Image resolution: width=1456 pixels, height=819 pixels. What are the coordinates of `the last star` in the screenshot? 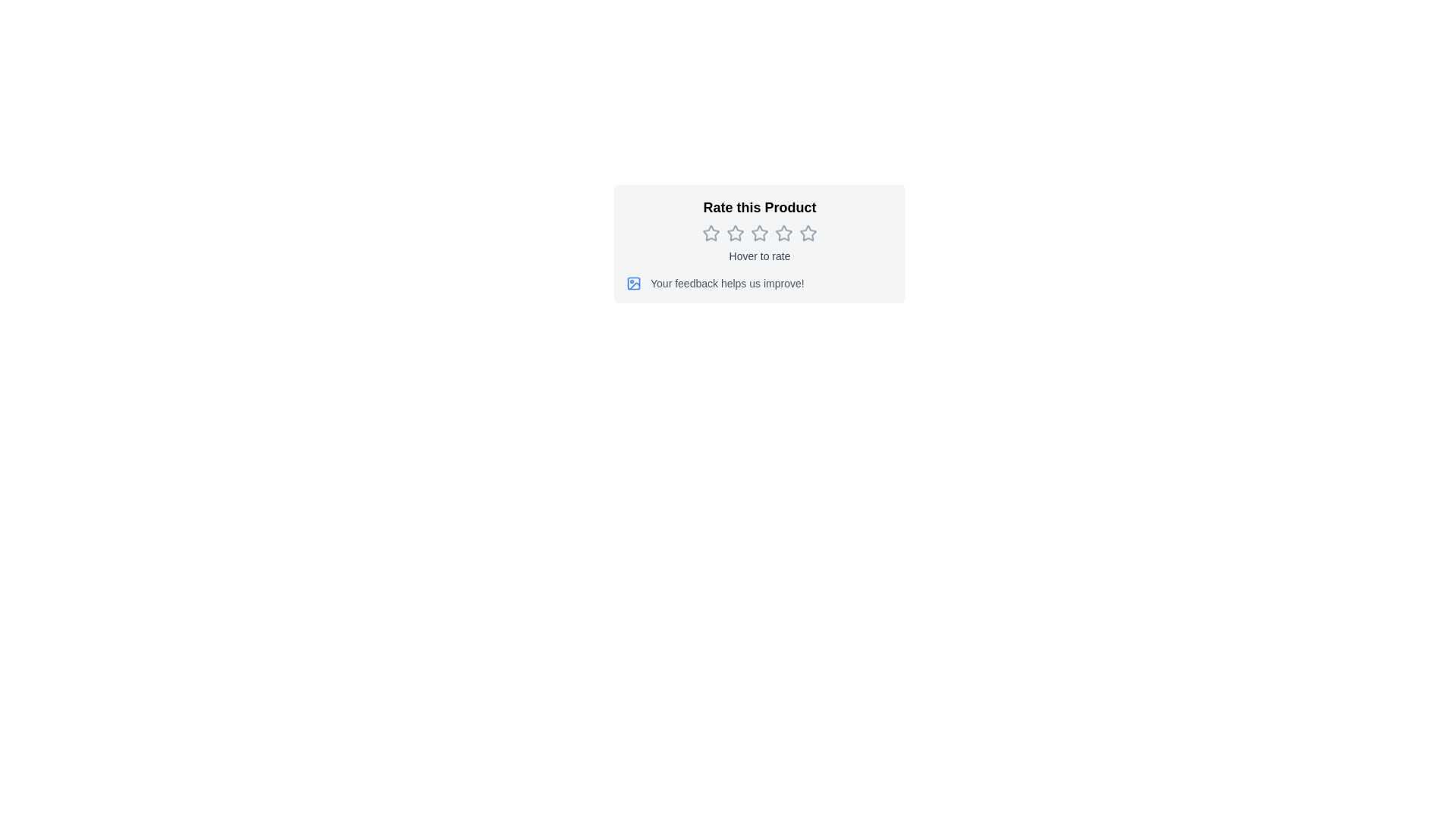 It's located at (807, 233).